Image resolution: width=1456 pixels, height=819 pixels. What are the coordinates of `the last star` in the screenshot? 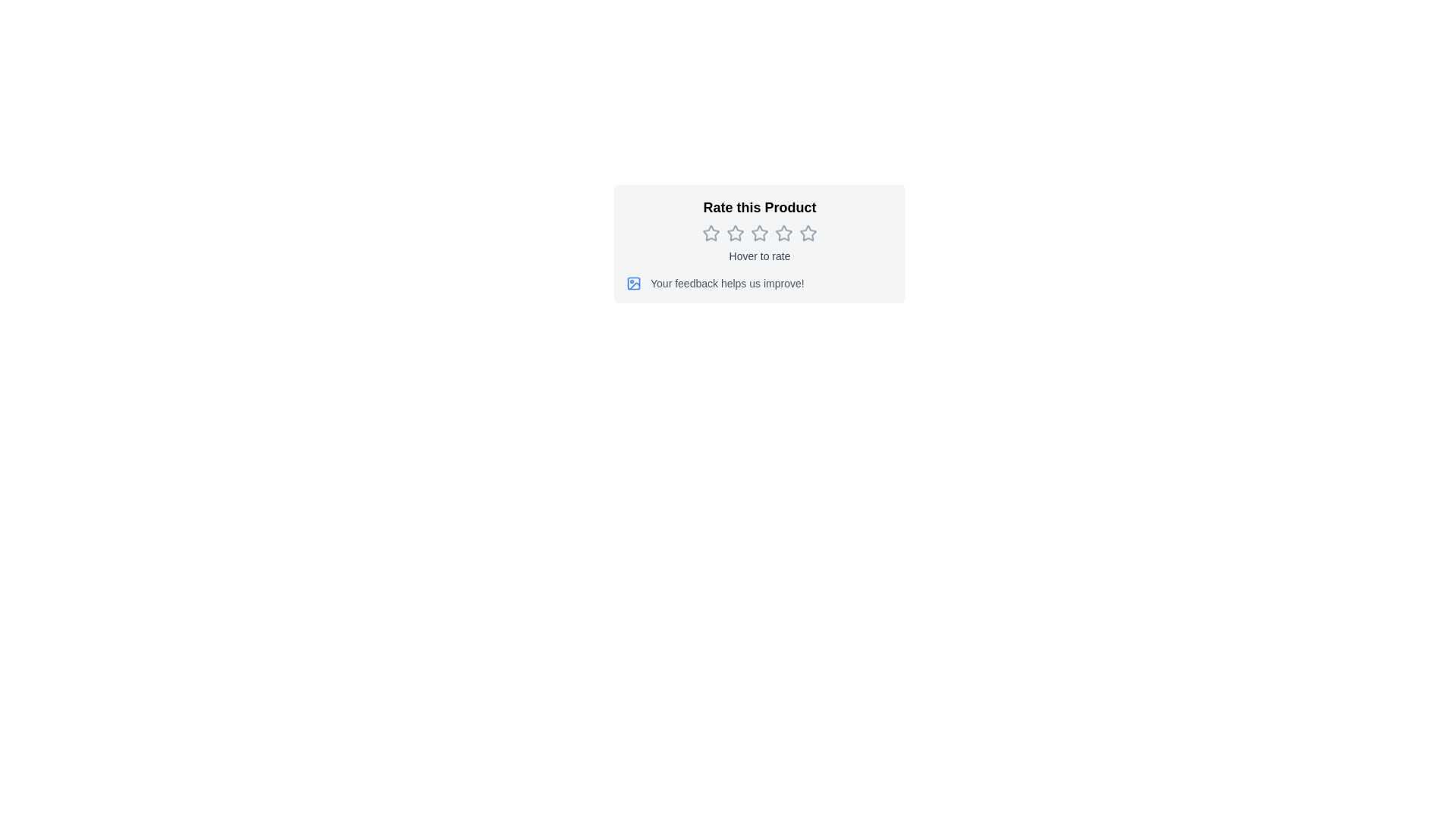 It's located at (807, 233).